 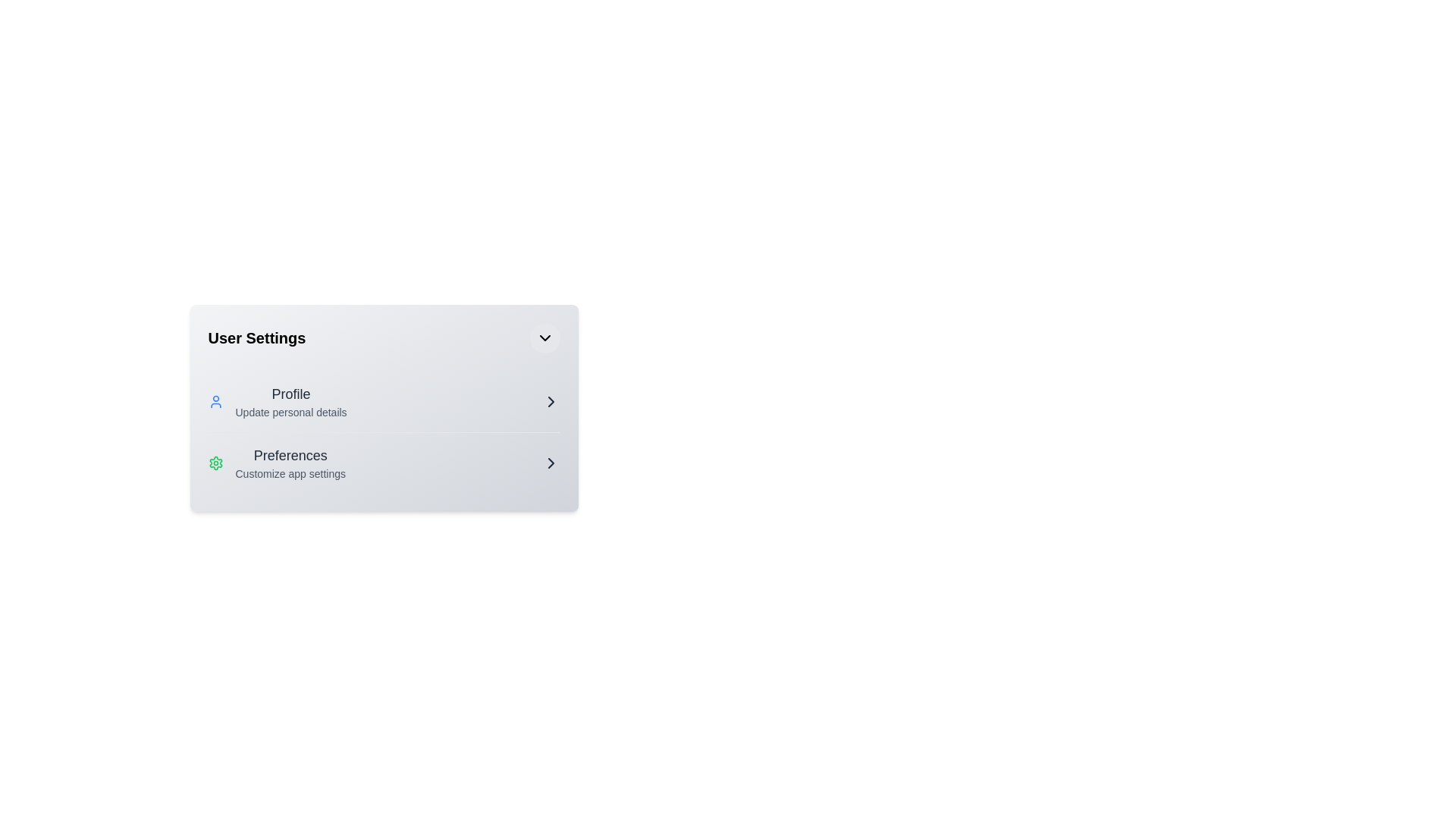 I want to click on the first navigation menu item in the User Settings section, so click(x=384, y=400).